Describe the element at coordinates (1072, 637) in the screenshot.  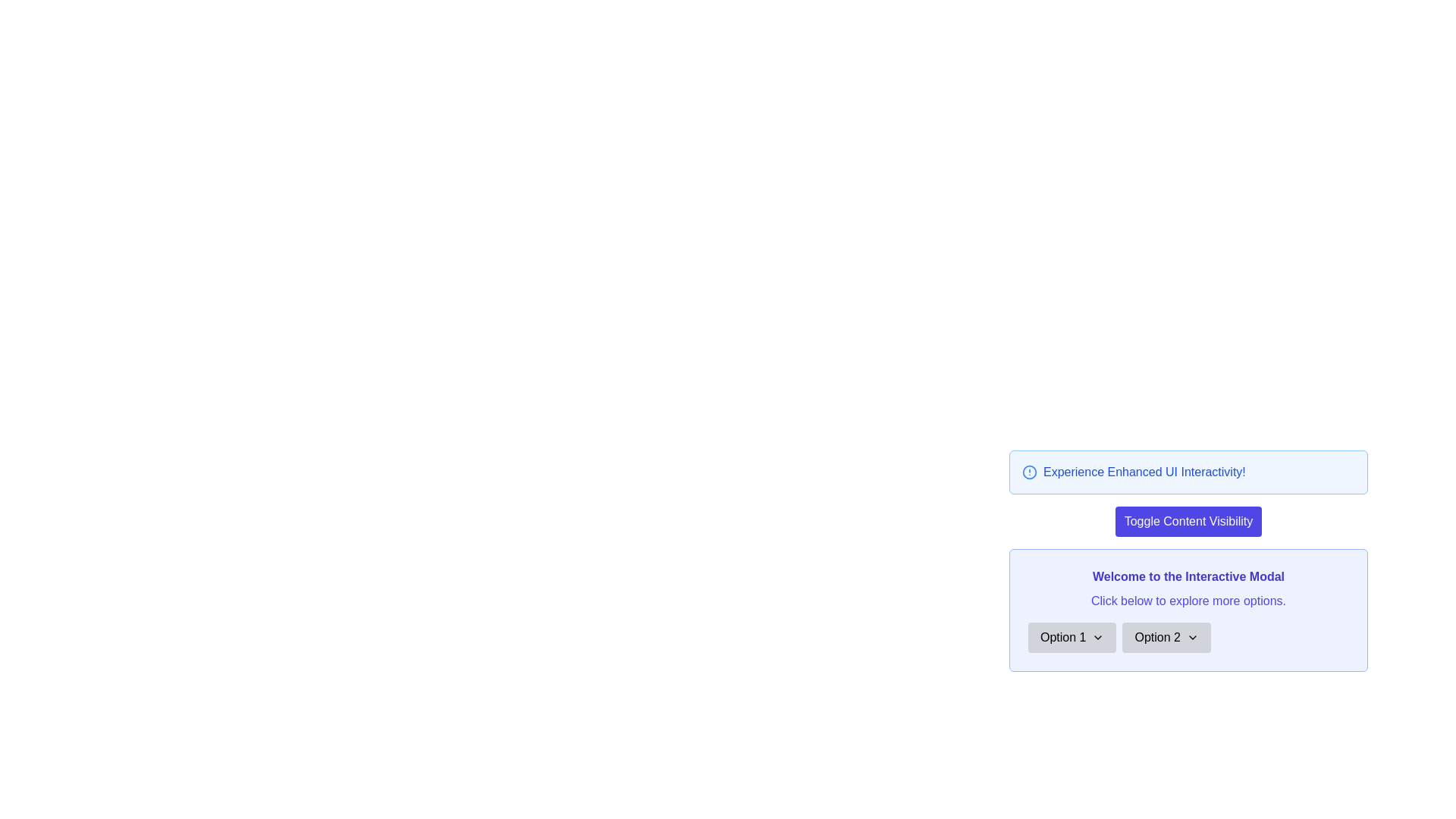
I see `the first dropdown button located below the headline 'Welcome to the Interactive Modal'` at that location.